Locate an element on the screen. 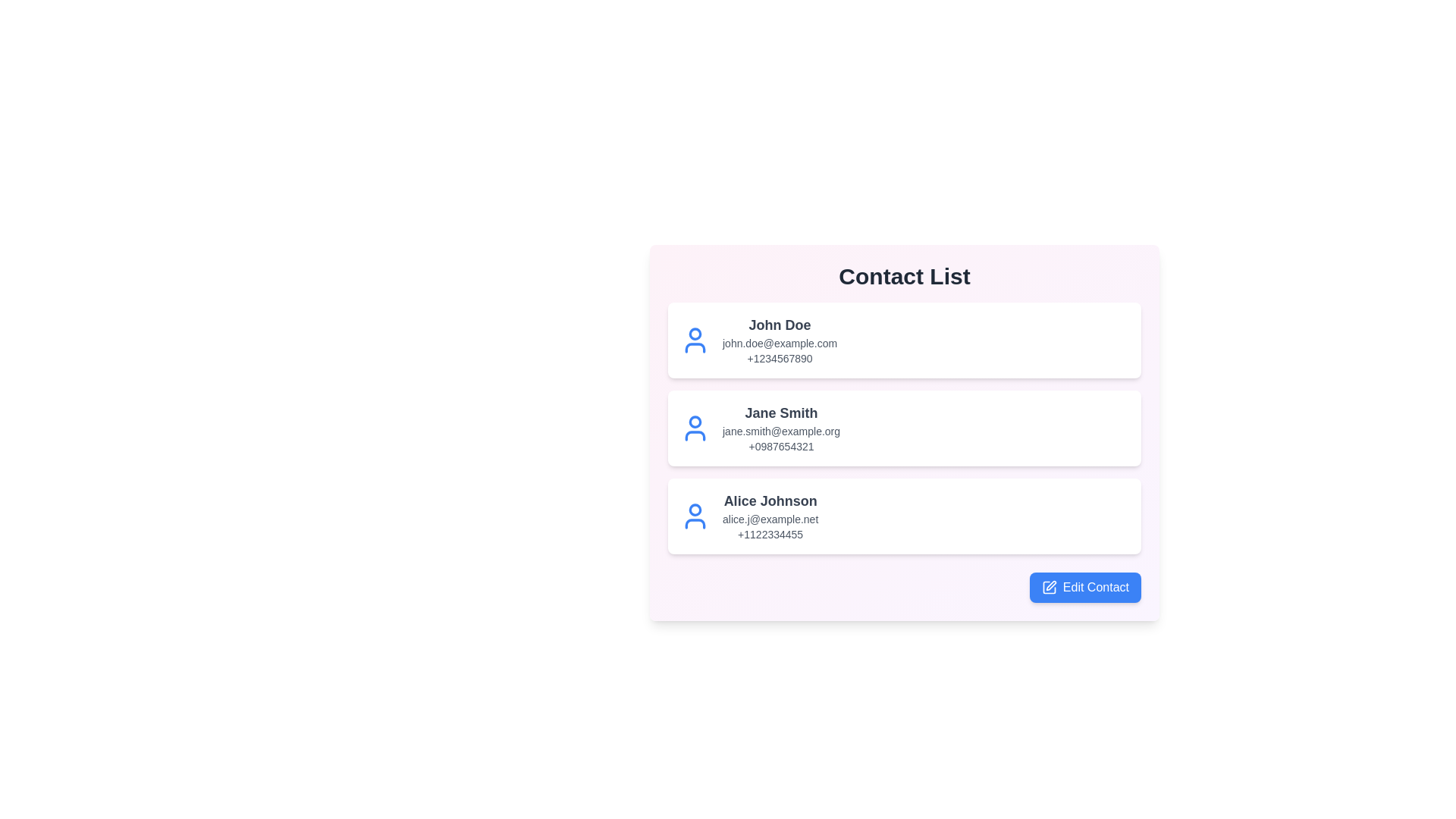 The image size is (1456, 819). the contact Jane Smith from the list is located at coordinates (905, 428).